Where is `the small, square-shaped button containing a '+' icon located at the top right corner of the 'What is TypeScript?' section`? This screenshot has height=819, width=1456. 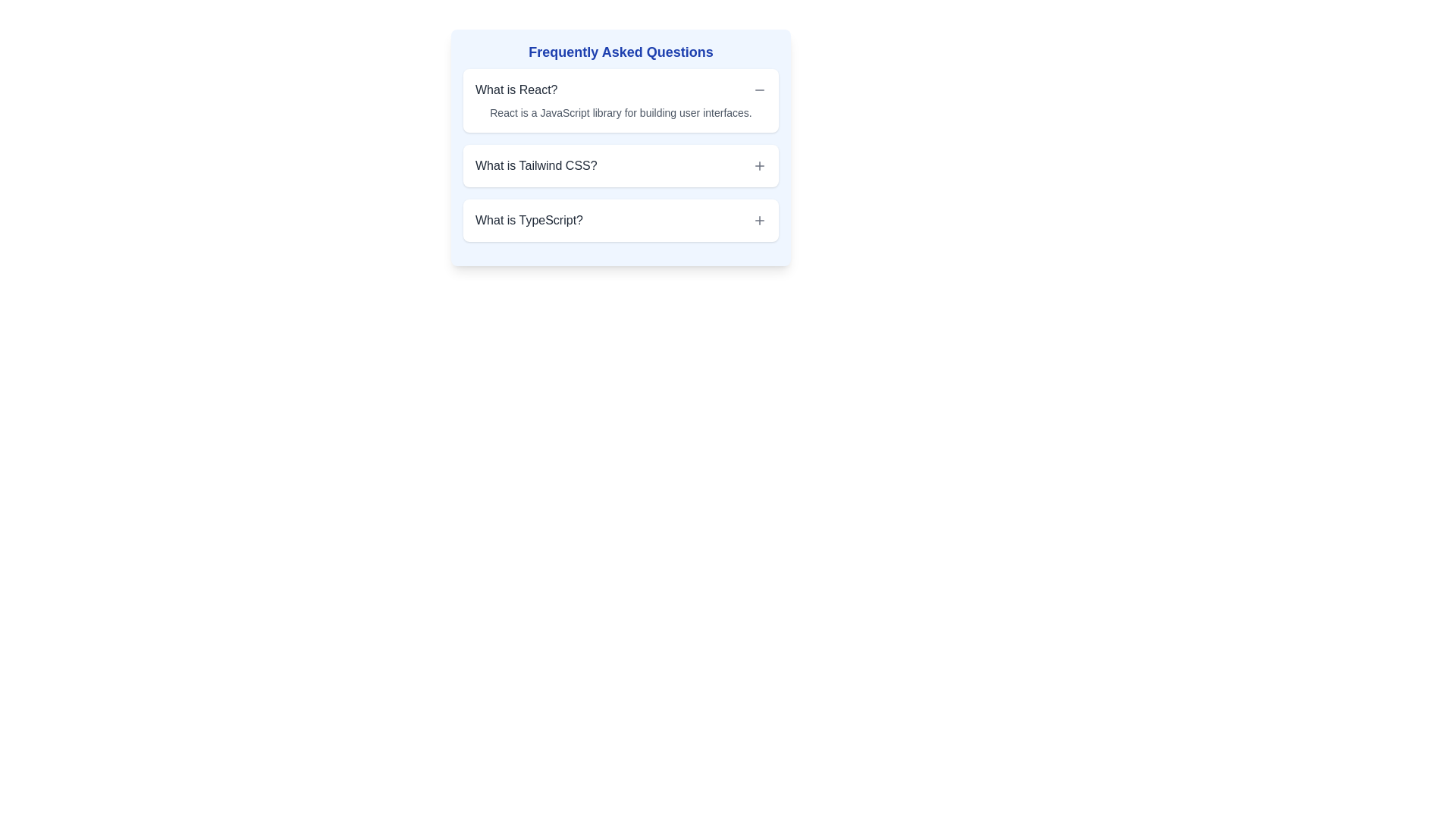
the small, square-shaped button containing a '+' icon located at the top right corner of the 'What is TypeScript?' section is located at coordinates (760, 220).